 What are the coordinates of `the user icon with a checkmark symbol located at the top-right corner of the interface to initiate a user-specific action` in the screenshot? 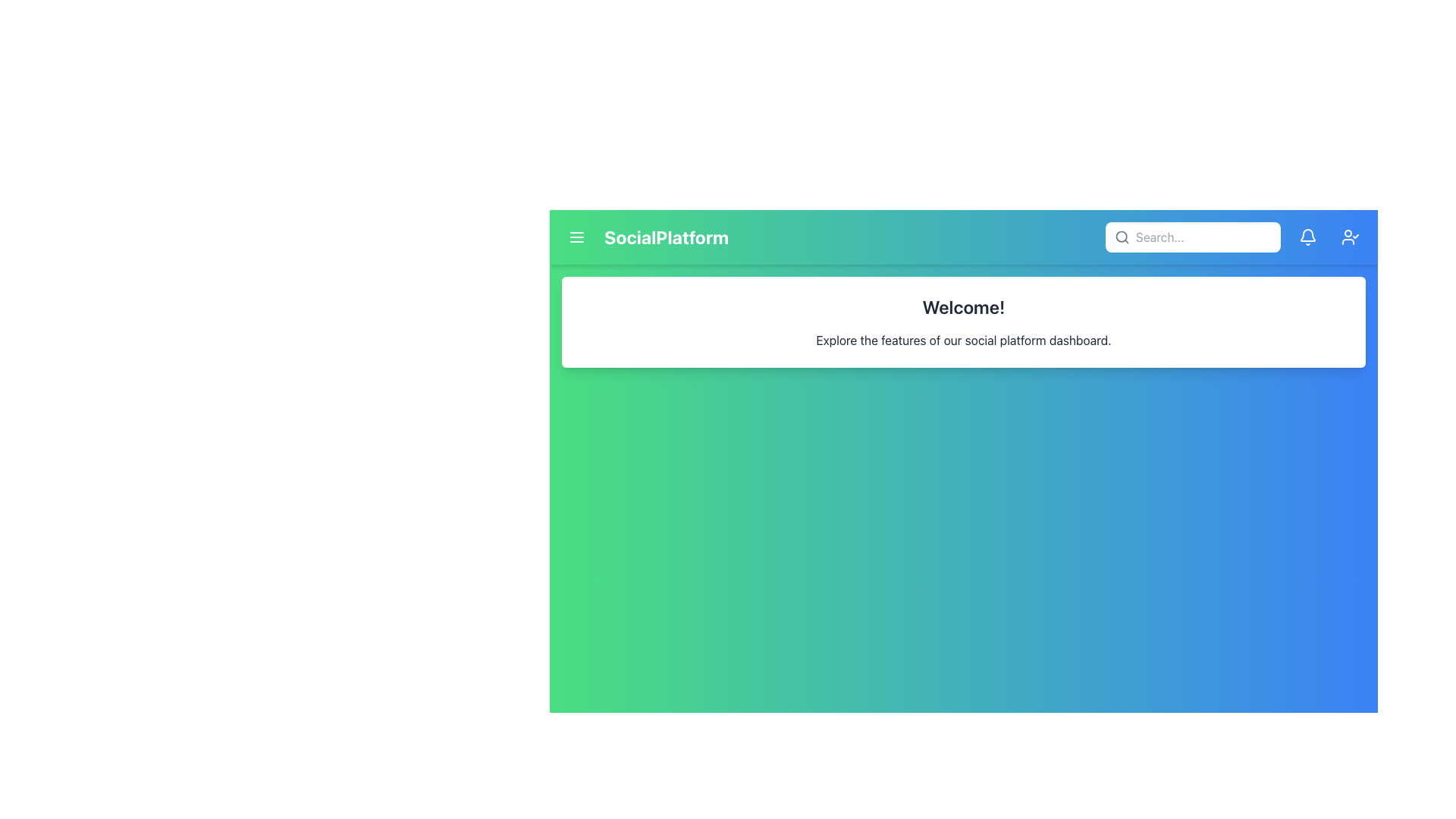 It's located at (1350, 237).